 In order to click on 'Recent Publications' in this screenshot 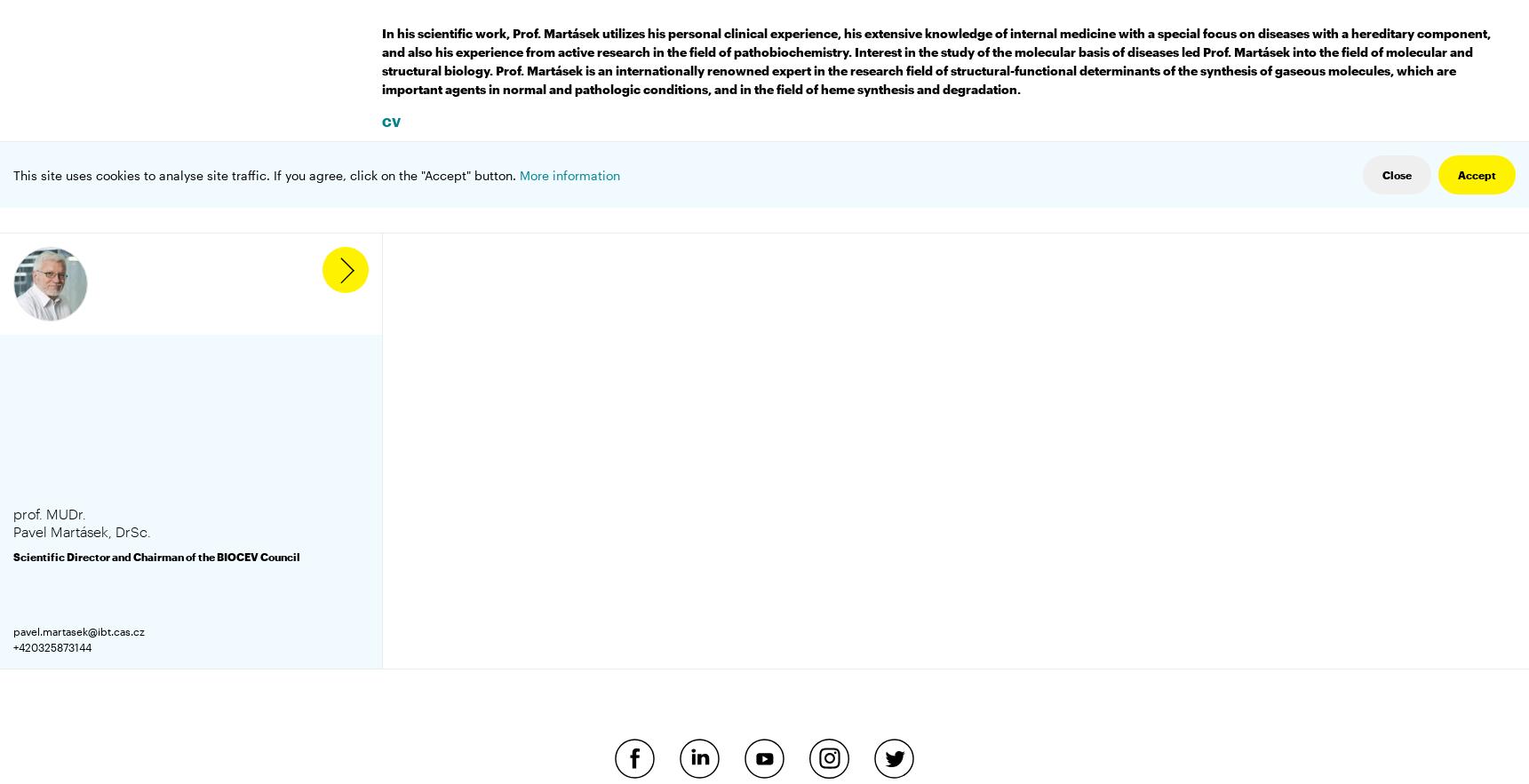, I will do `click(442, 153)`.